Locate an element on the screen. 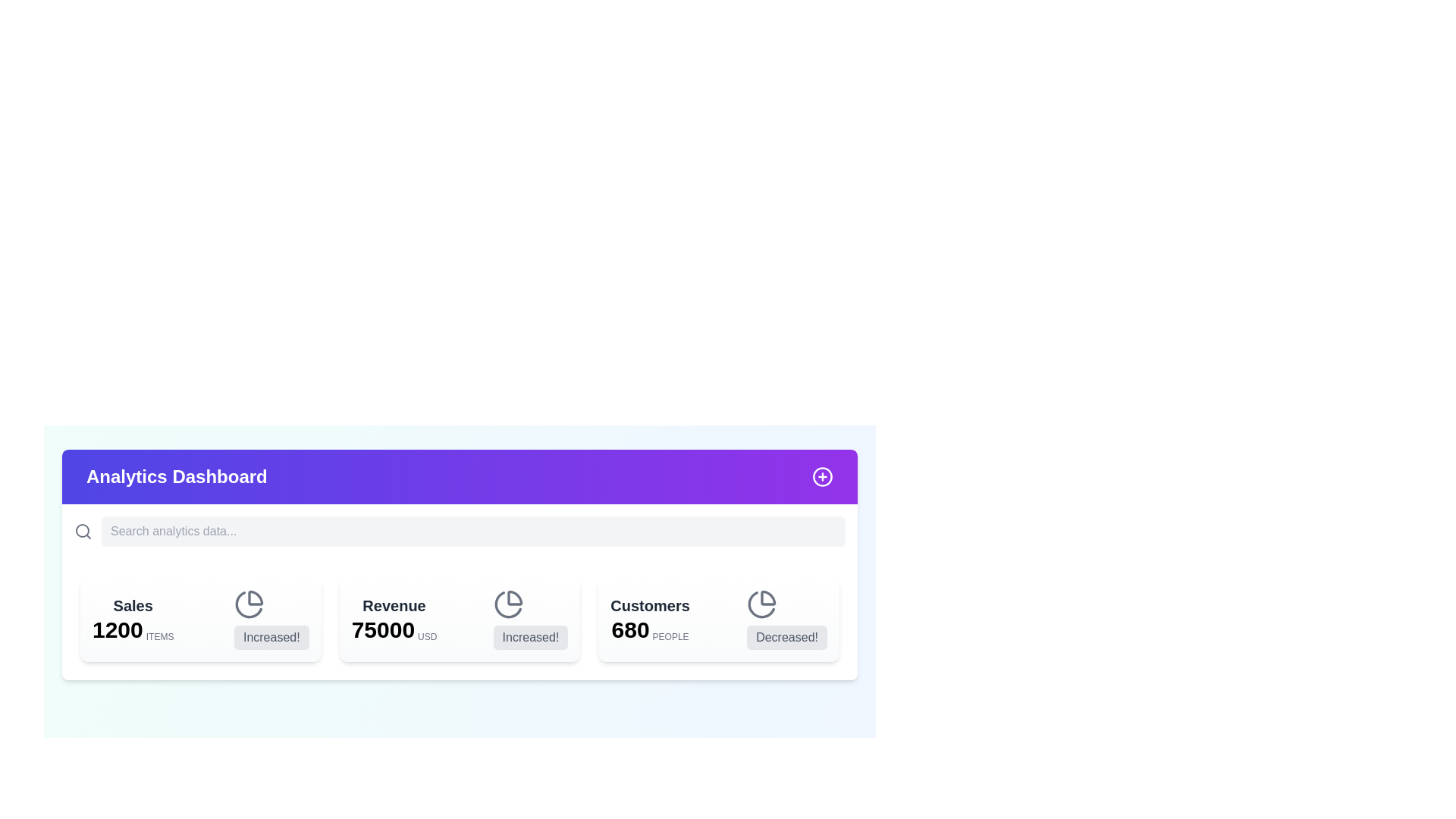 The image size is (1456, 819). the static text display showing the revenue figure of '75000 USD' on the dashboard interface is located at coordinates (383, 629).